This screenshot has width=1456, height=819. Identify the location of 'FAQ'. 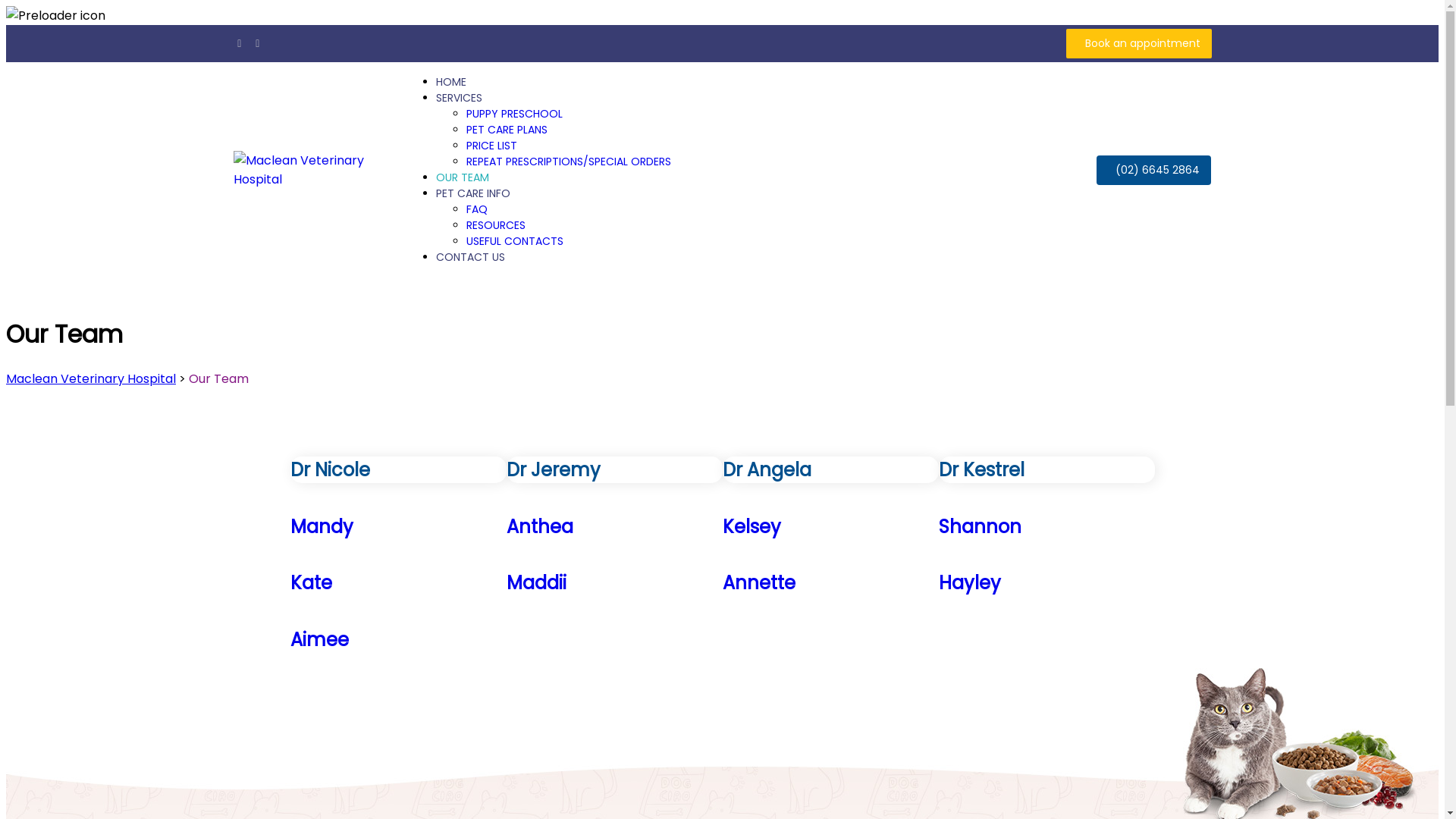
(465, 209).